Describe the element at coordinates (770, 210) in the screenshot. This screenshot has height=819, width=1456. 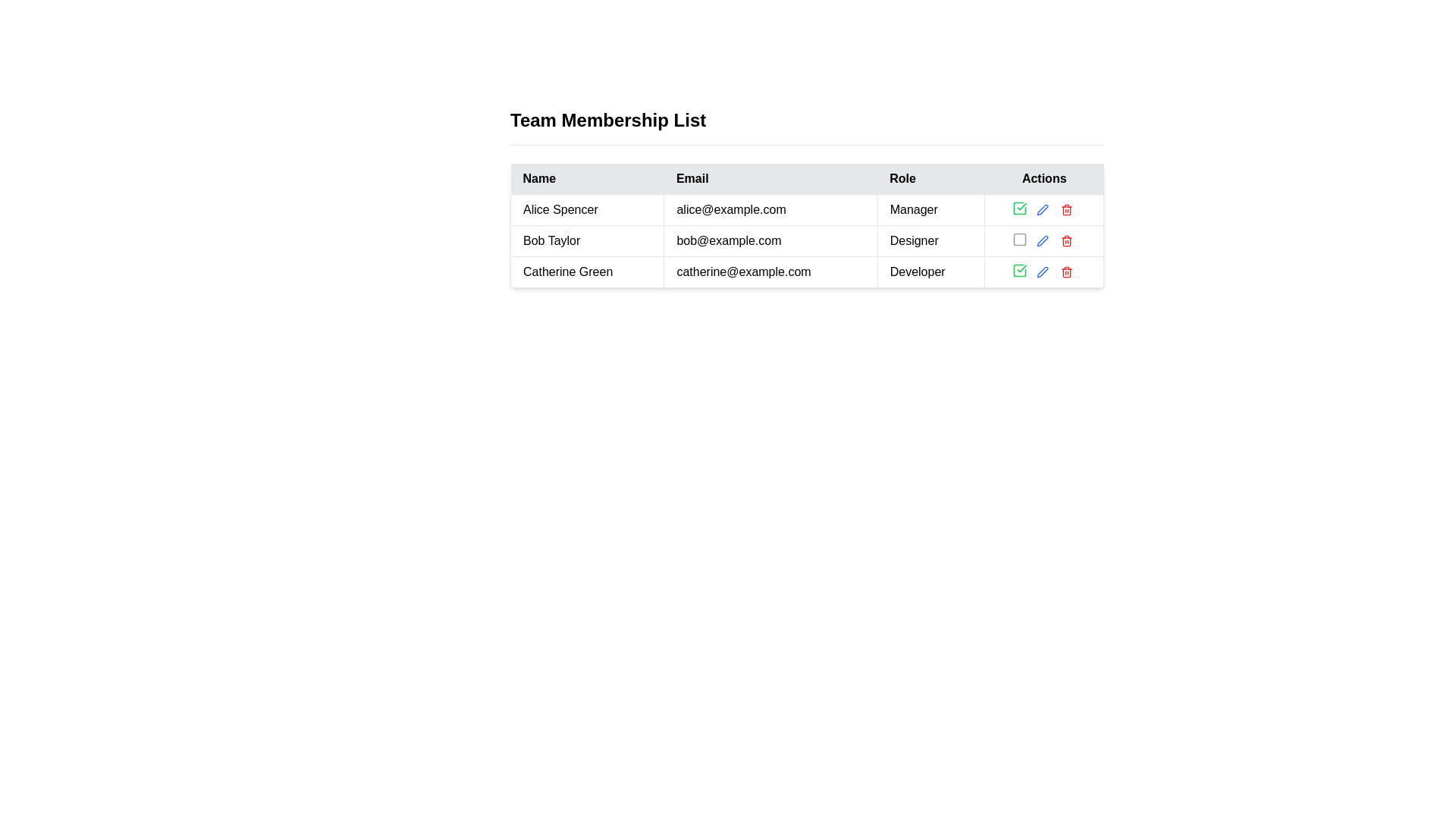
I see `the static text displaying the email address of team member Alice Spencer, located in the second cell of the first row under the 'Email' column` at that location.